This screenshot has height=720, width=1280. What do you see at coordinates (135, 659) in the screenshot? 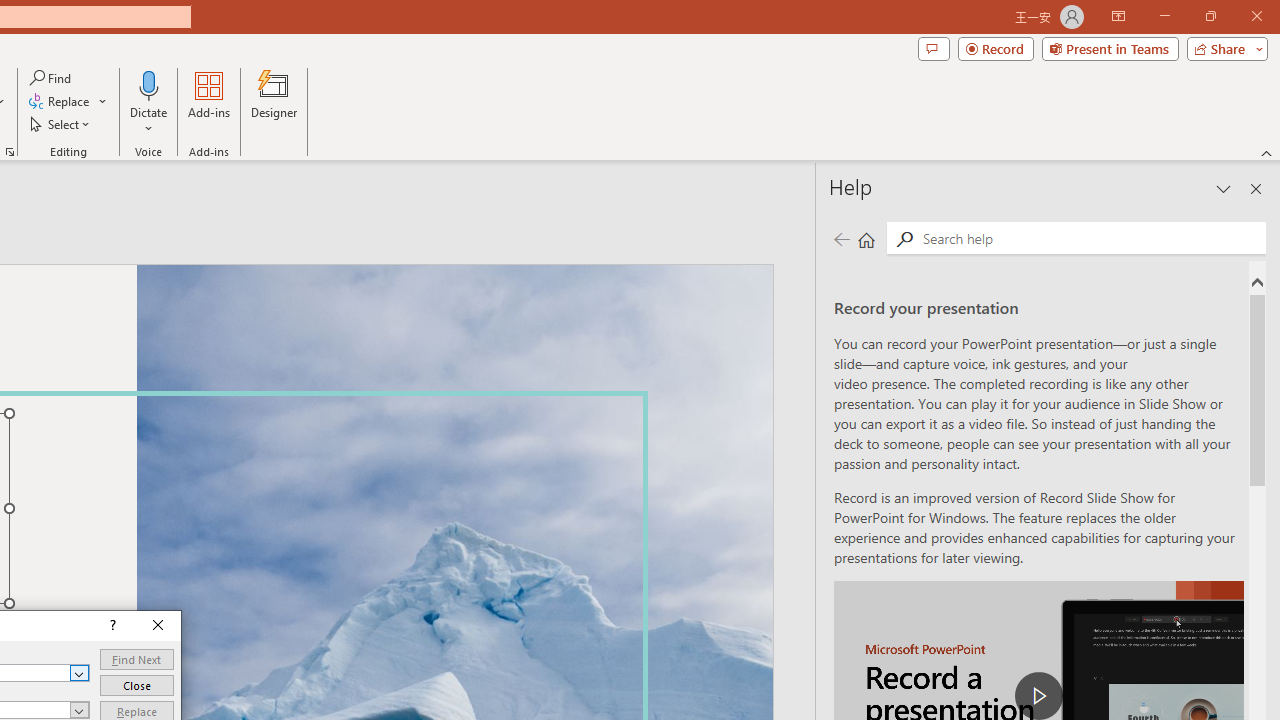
I see `'Find Next'` at bounding box center [135, 659].